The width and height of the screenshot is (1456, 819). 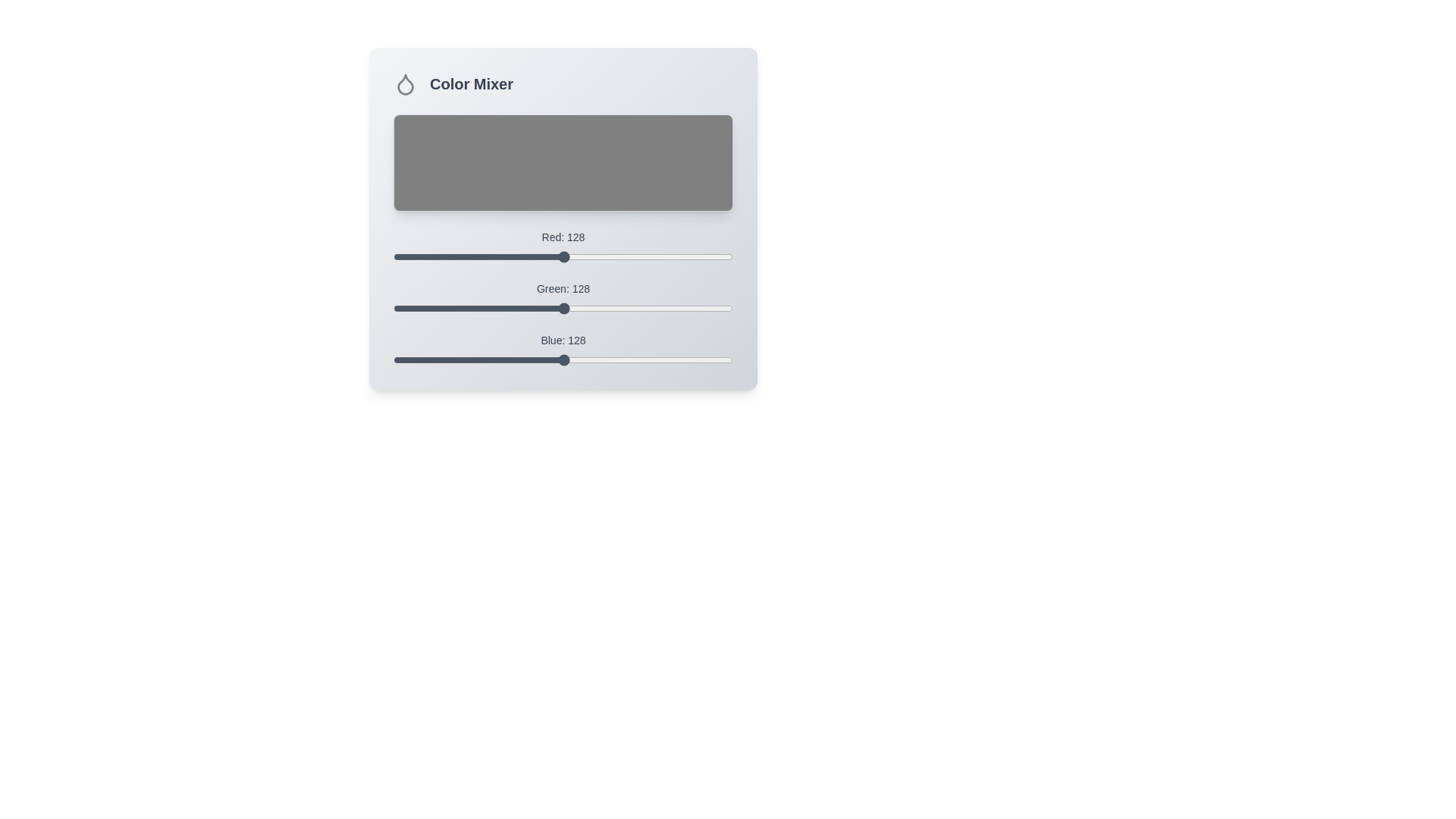 What do you see at coordinates (630, 302) in the screenshot?
I see `the 1 slider to 178` at bounding box center [630, 302].